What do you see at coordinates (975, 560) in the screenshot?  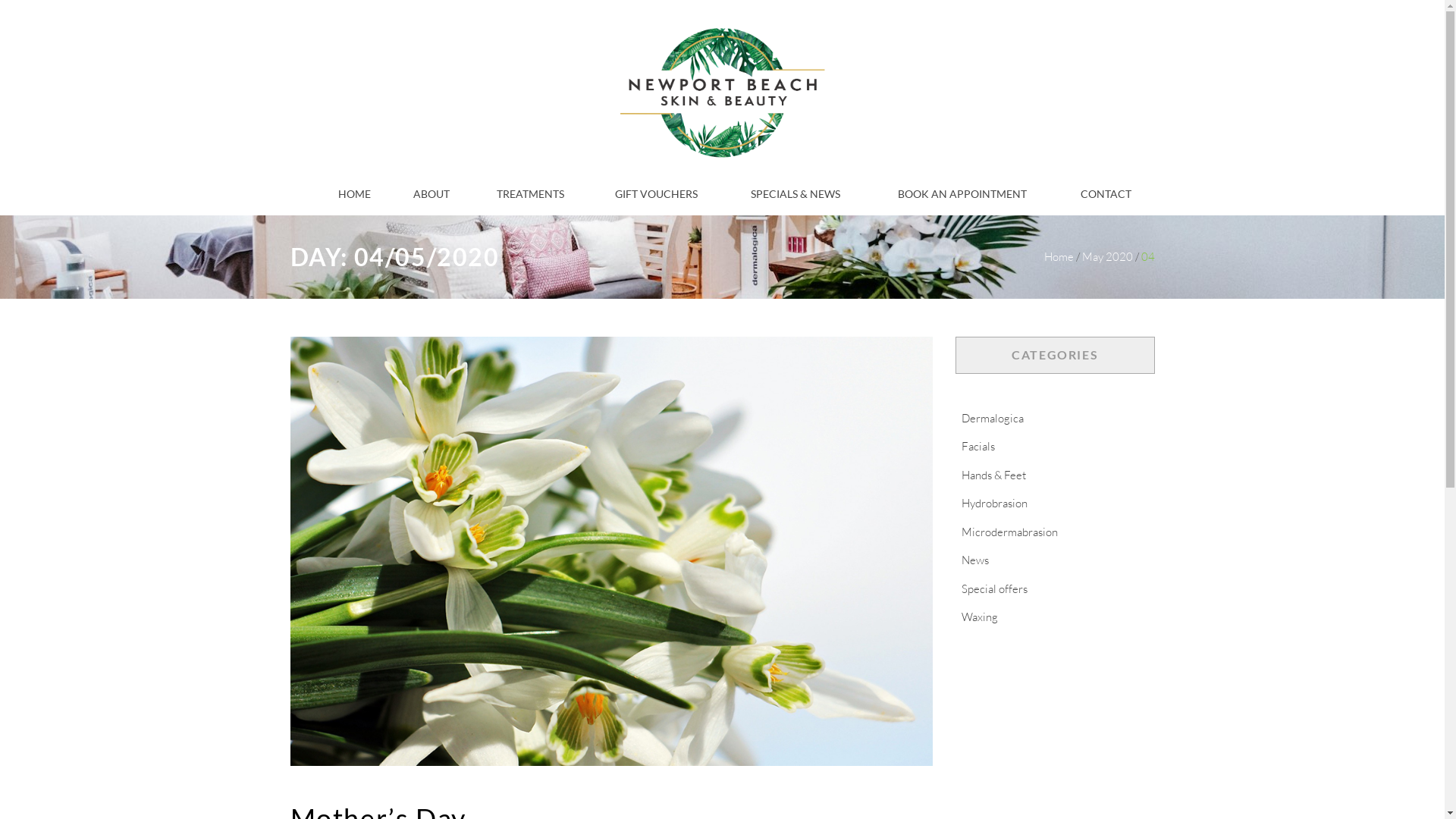 I see `'News'` at bounding box center [975, 560].